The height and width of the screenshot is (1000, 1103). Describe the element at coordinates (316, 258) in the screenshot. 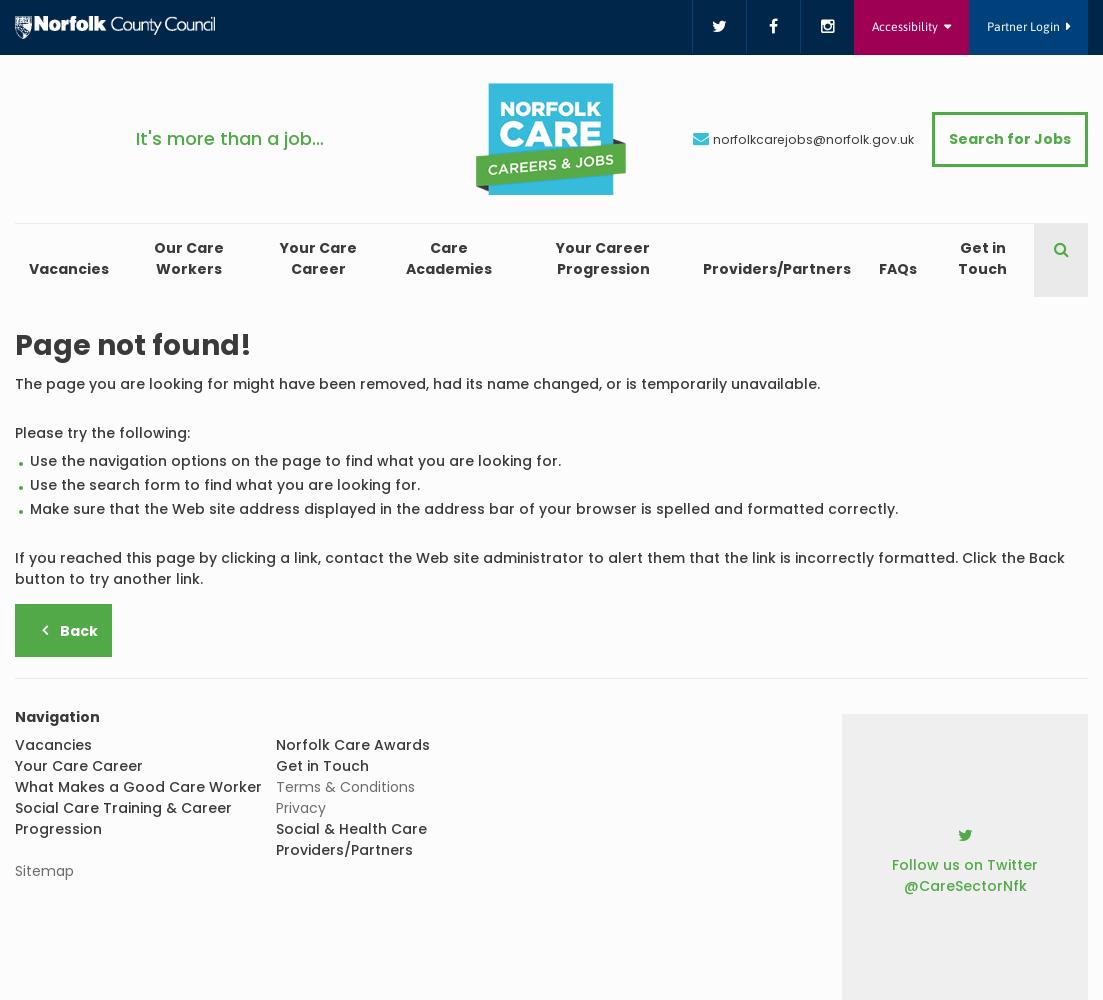

I see `'Your Care Career'` at that location.